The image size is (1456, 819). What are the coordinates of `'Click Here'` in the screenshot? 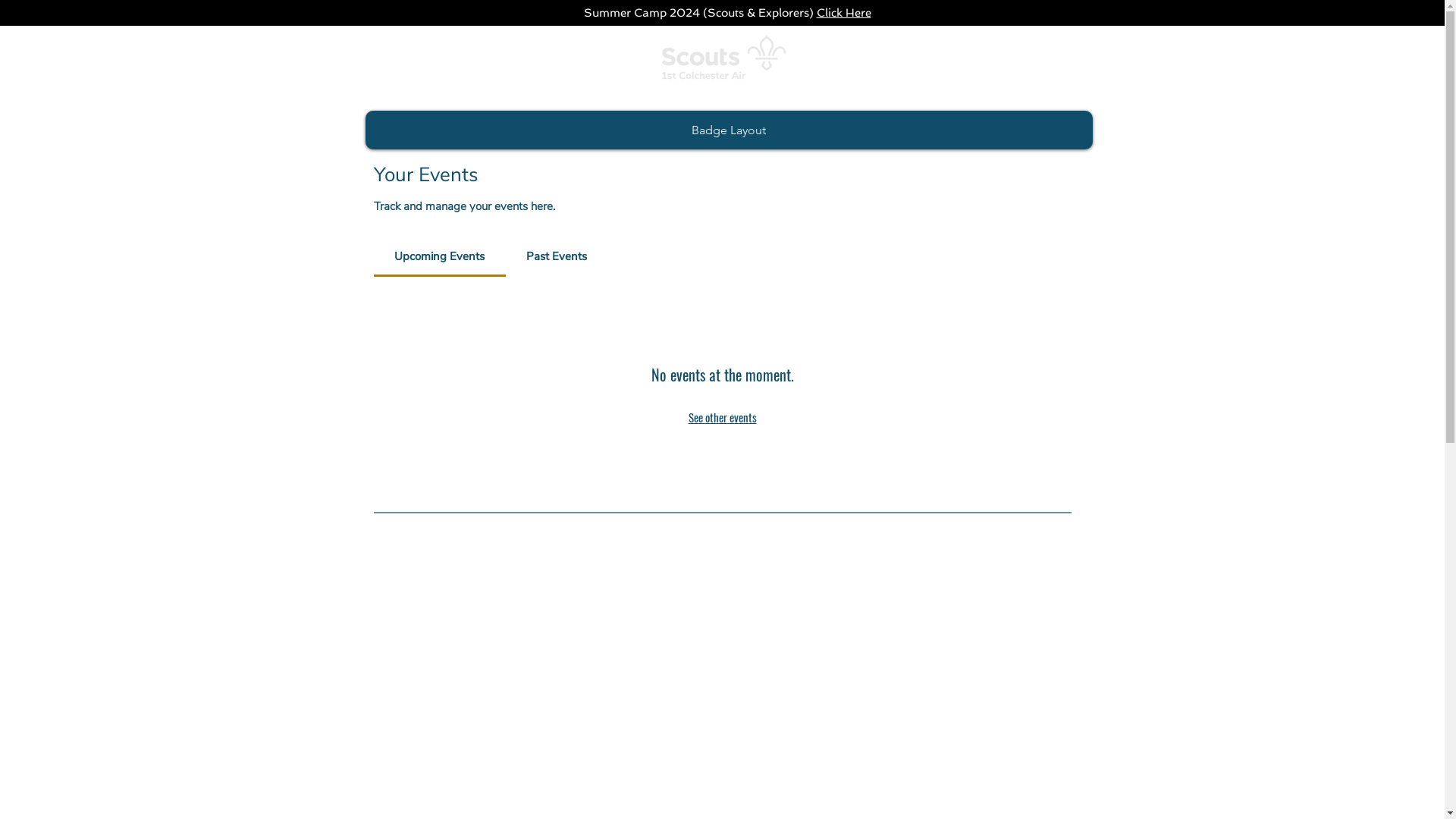 It's located at (843, 12).